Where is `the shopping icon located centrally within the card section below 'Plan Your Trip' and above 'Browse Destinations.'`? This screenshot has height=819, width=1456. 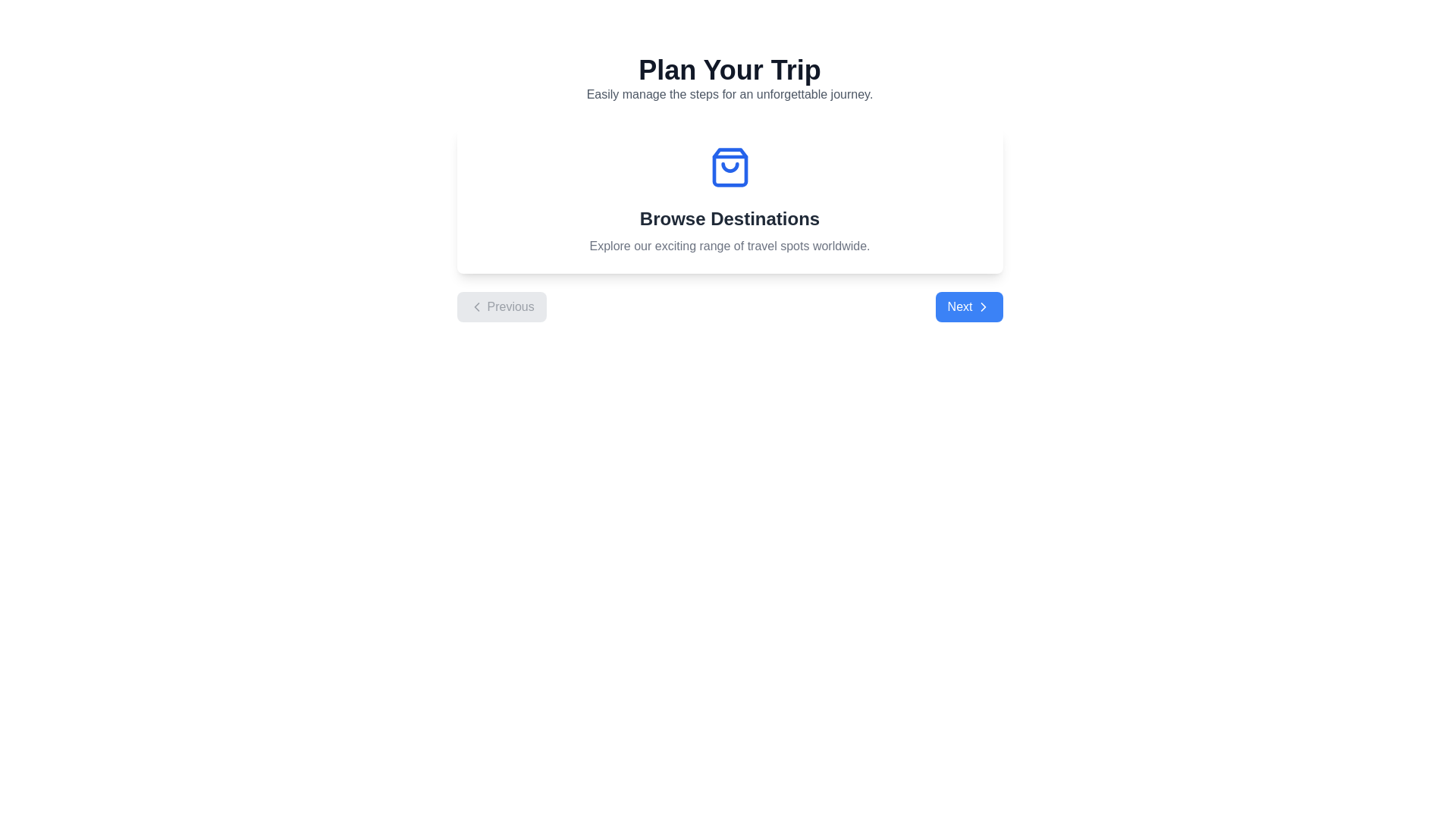 the shopping icon located centrally within the card section below 'Plan Your Trip' and above 'Browse Destinations.' is located at coordinates (730, 167).